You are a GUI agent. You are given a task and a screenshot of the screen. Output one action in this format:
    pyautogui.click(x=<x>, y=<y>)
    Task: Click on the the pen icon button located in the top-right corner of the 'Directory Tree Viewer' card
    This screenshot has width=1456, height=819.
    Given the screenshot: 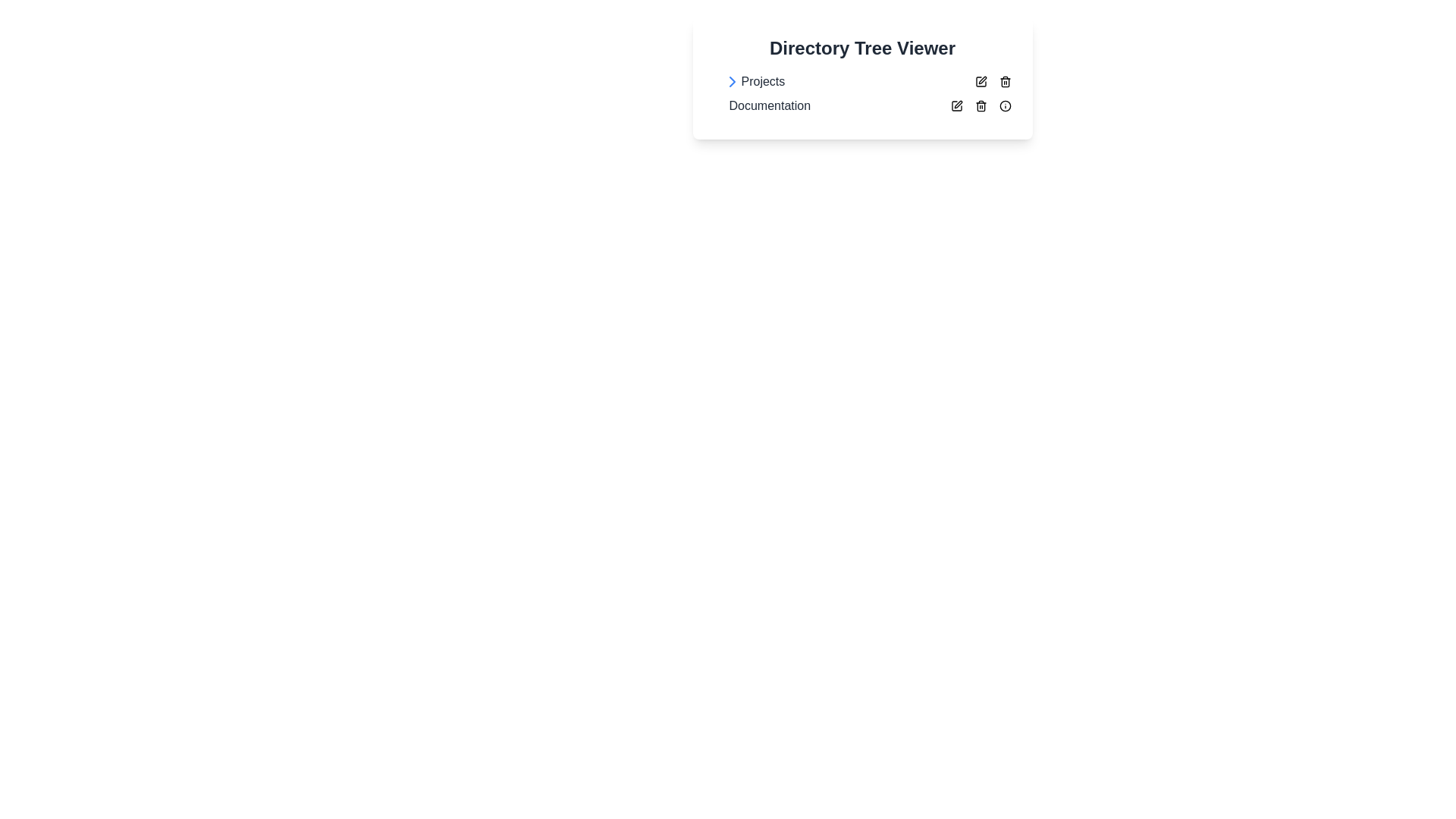 What is the action you would take?
    pyautogui.click(x=955, y=105)
    